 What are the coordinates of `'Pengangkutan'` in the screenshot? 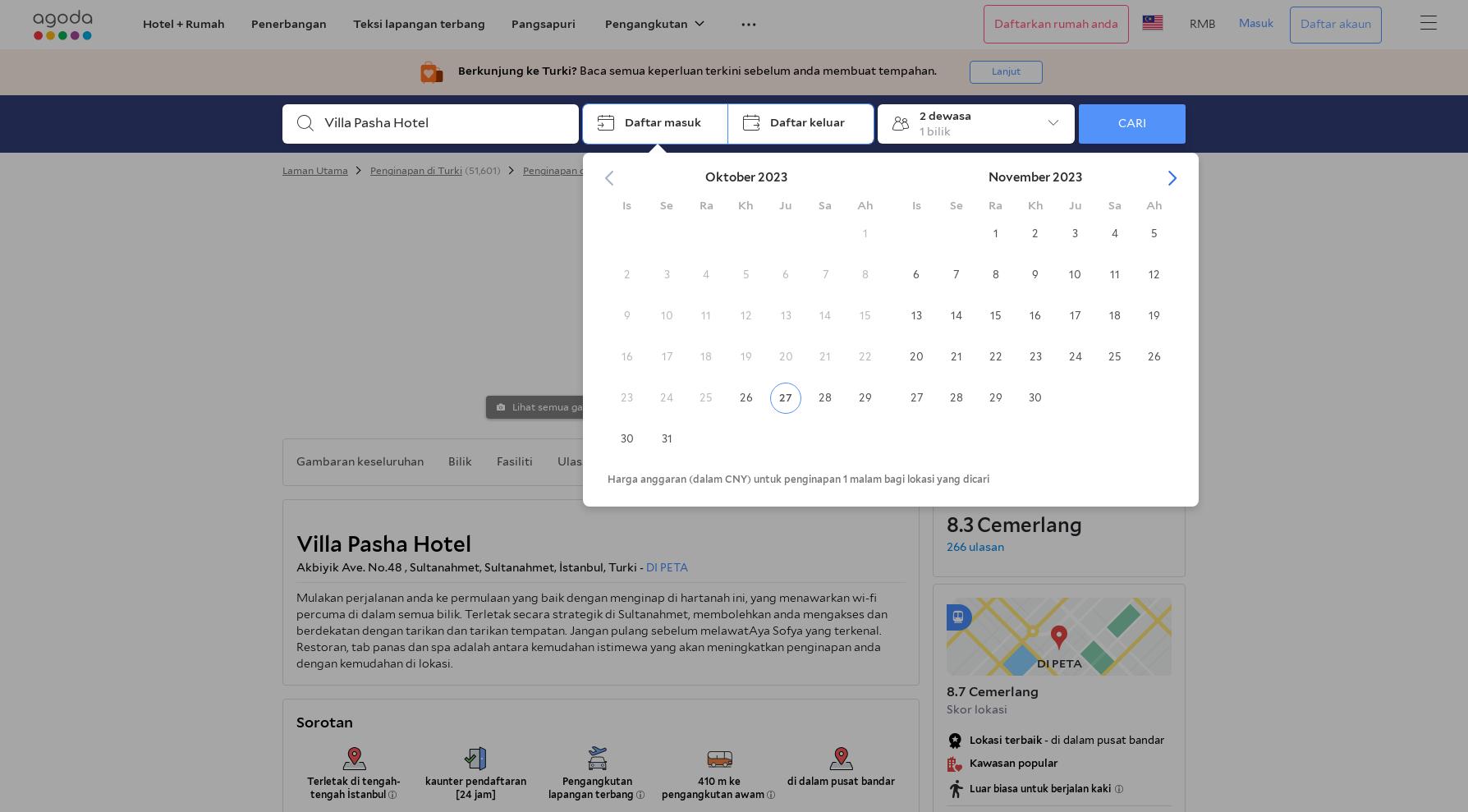 It's located at (645, 22).